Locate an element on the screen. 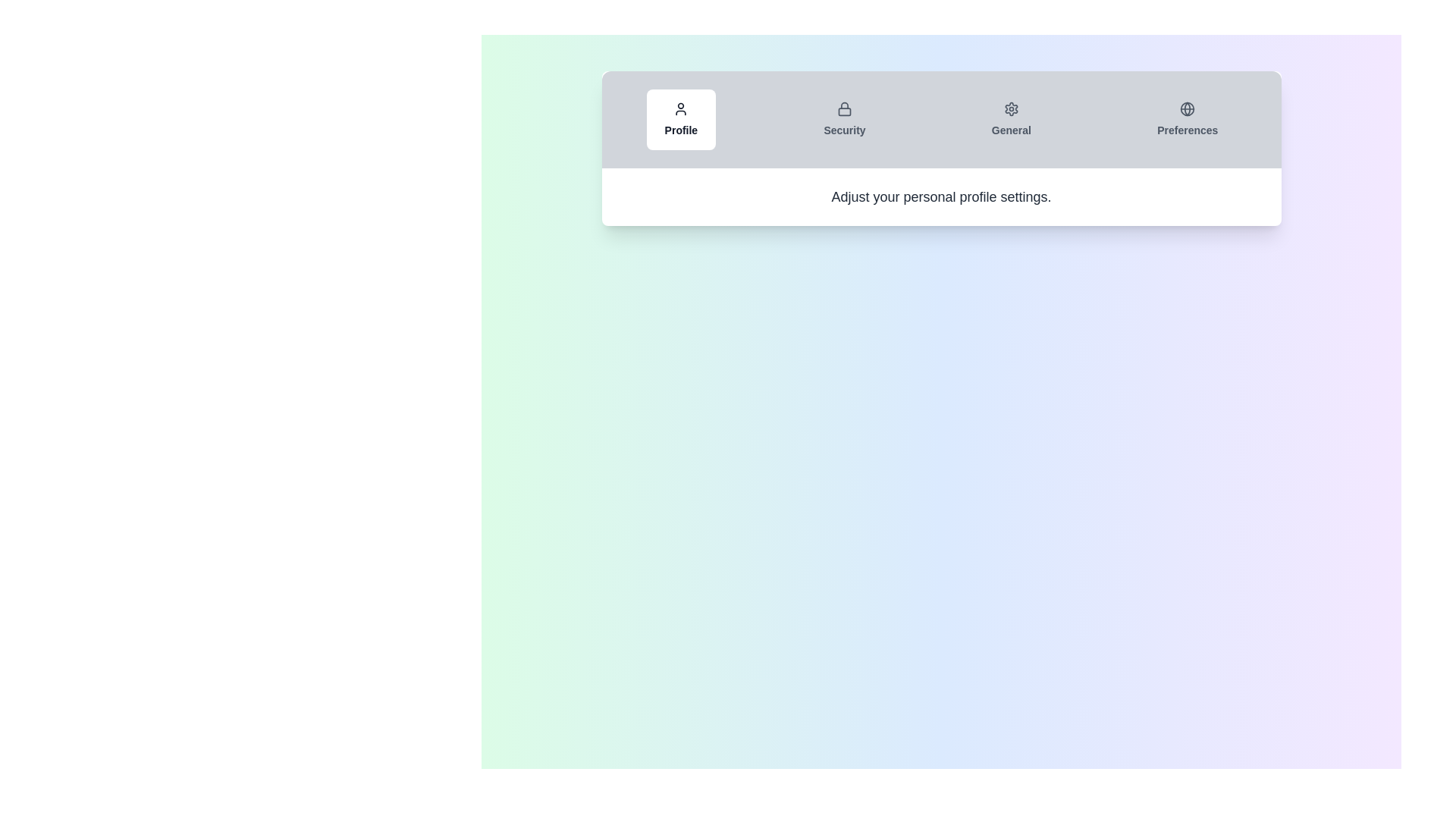 This screenshot has height=819, width=1456. the Security tab to view its content is located at coordinates (843, 119).